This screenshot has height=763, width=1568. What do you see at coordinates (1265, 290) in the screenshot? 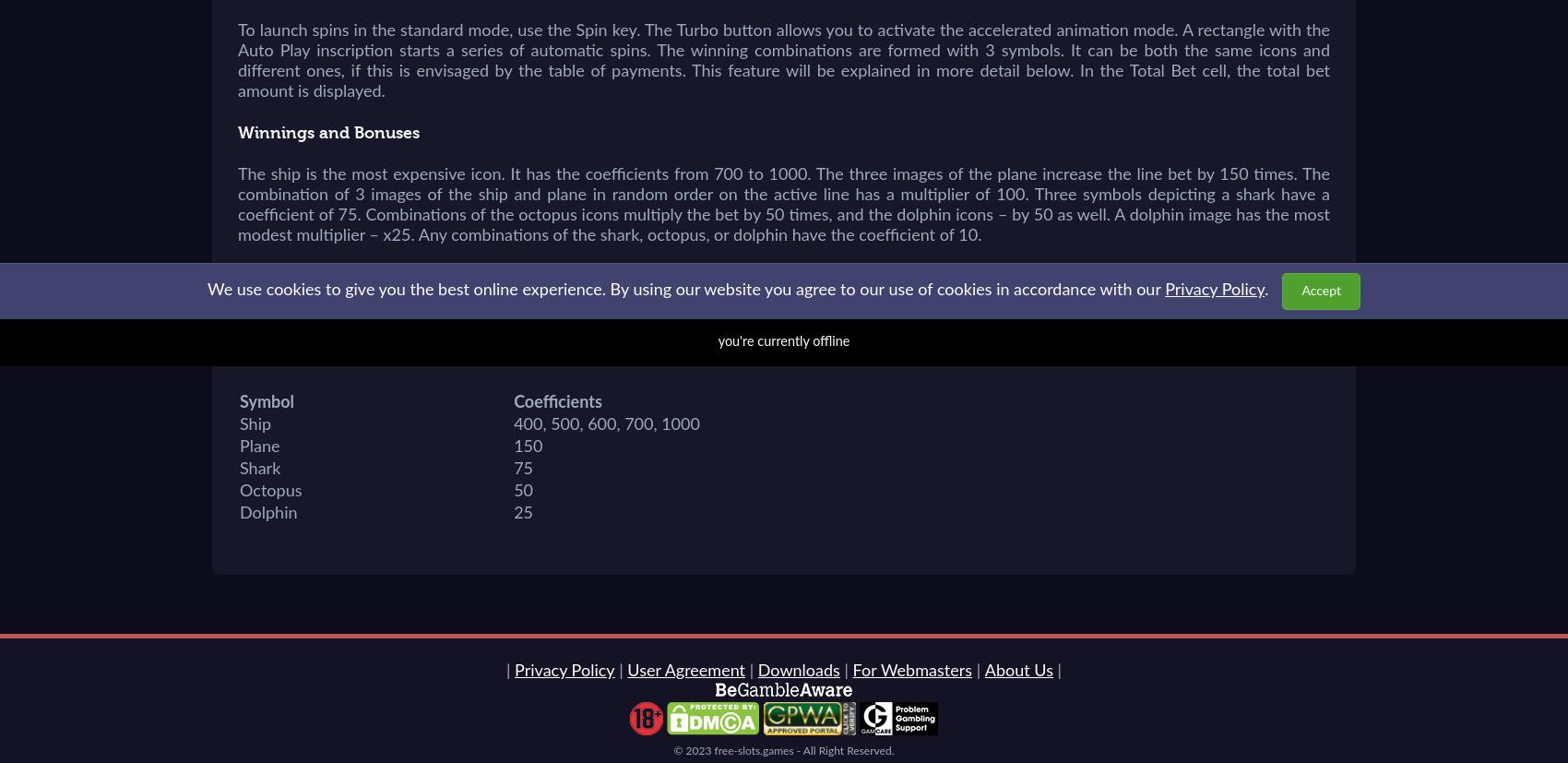
I see `'.'` at bounding box center [1265, 290].